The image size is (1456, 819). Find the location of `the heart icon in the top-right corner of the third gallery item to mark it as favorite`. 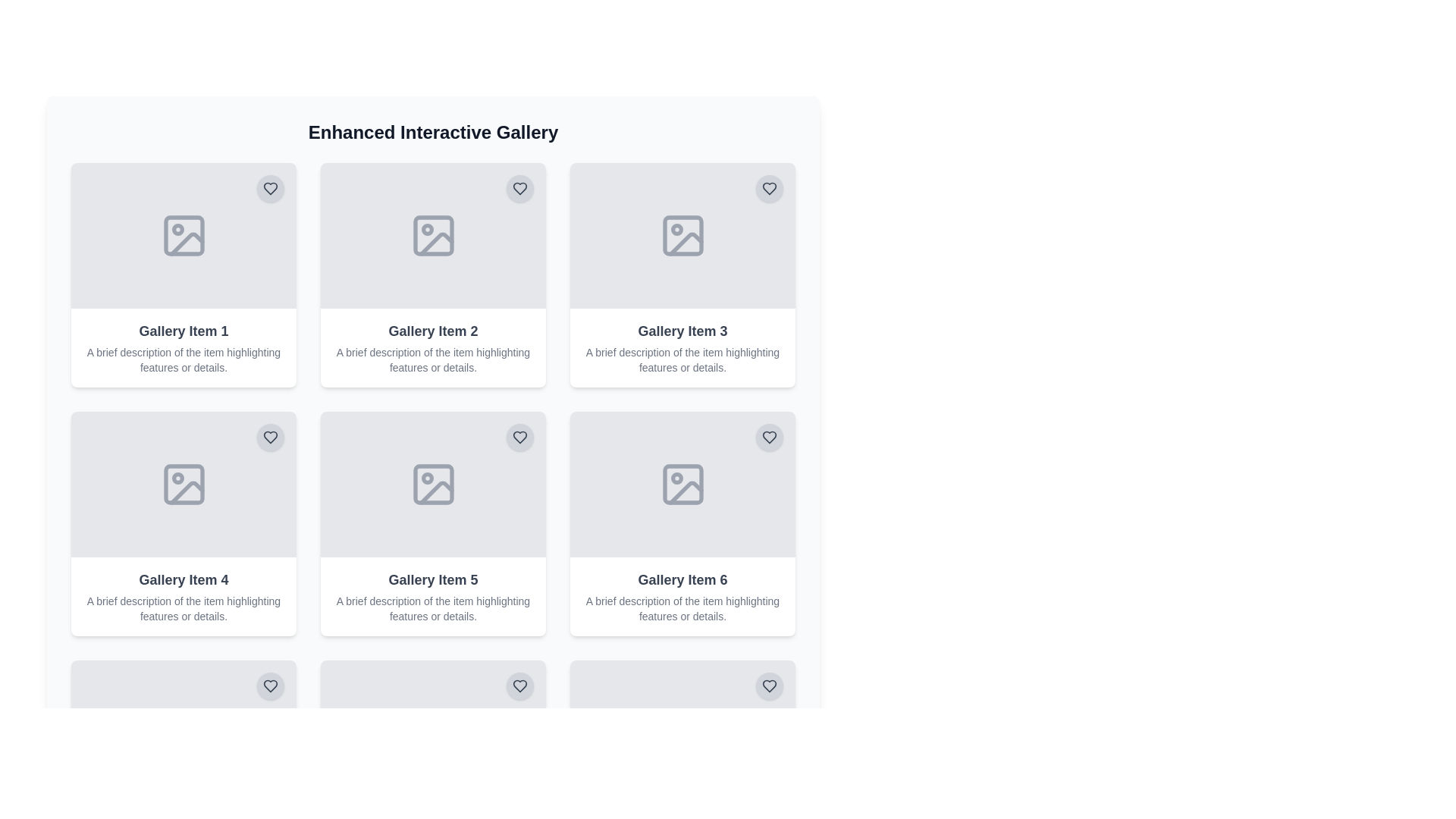

the heart icon in the top-right corner of the third gallery item to mark it as favorite is located at coordinates (769, 188).